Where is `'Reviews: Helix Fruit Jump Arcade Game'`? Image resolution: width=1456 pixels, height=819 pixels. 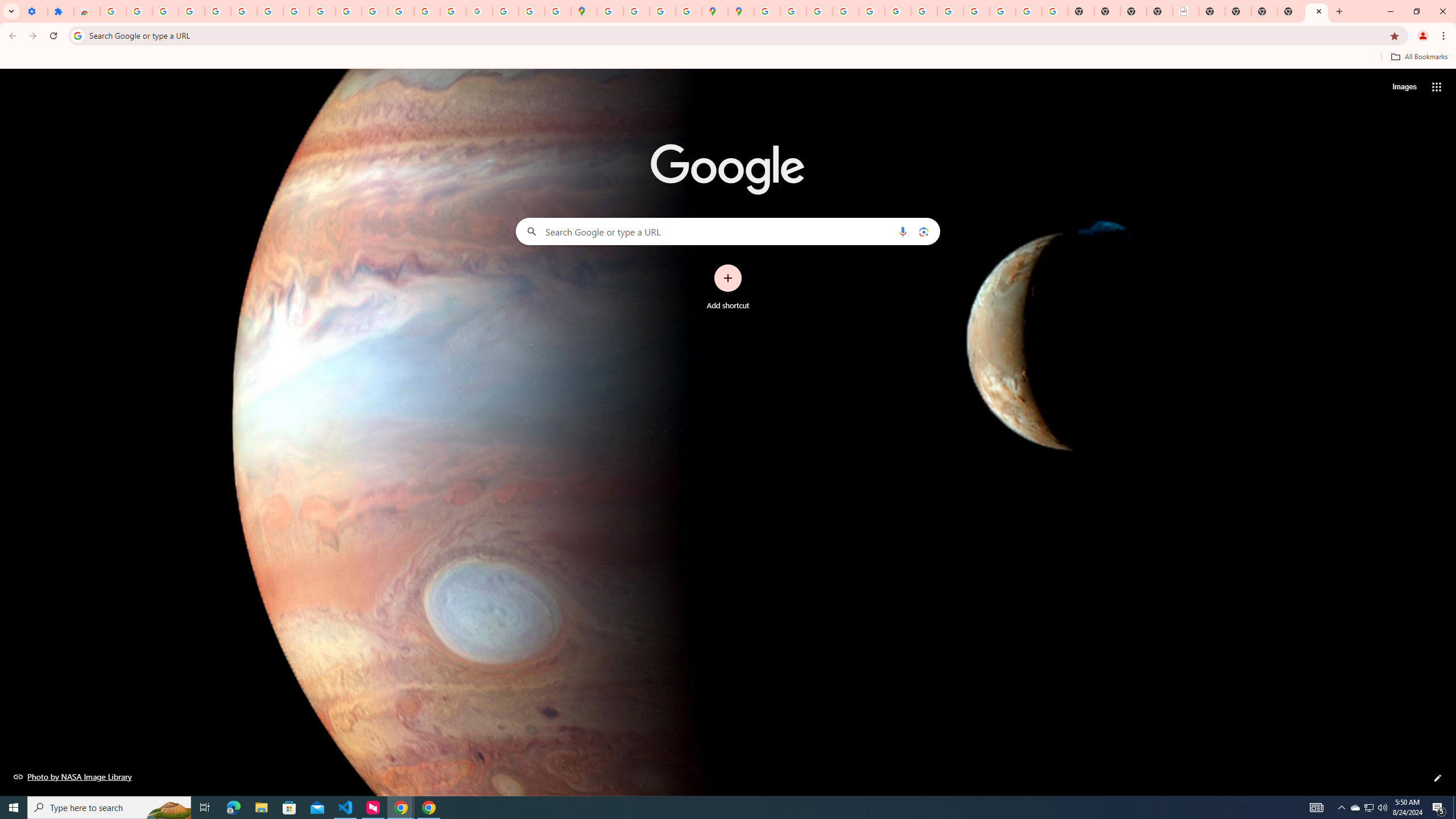
'Reviews: Helix Fruit Jump Arcade Game' is located at coordinates (86, 11).